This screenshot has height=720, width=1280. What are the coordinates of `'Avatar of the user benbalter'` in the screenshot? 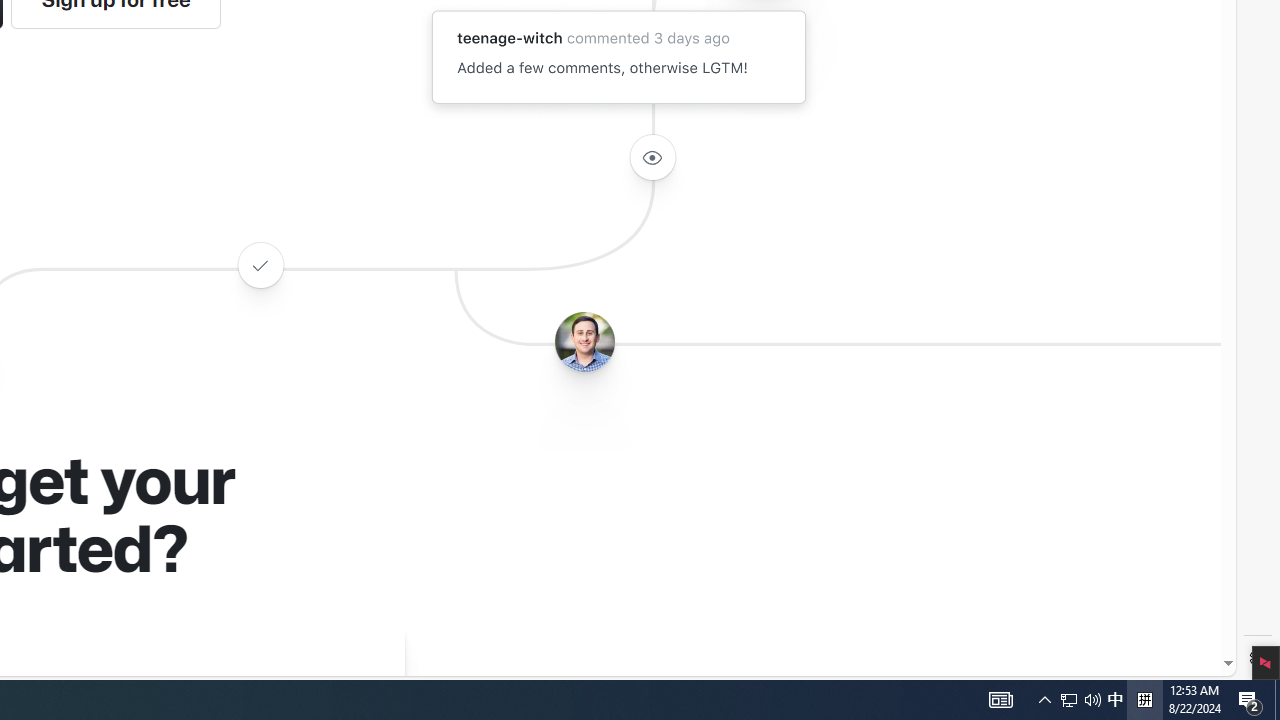 It's located at (583, 341).